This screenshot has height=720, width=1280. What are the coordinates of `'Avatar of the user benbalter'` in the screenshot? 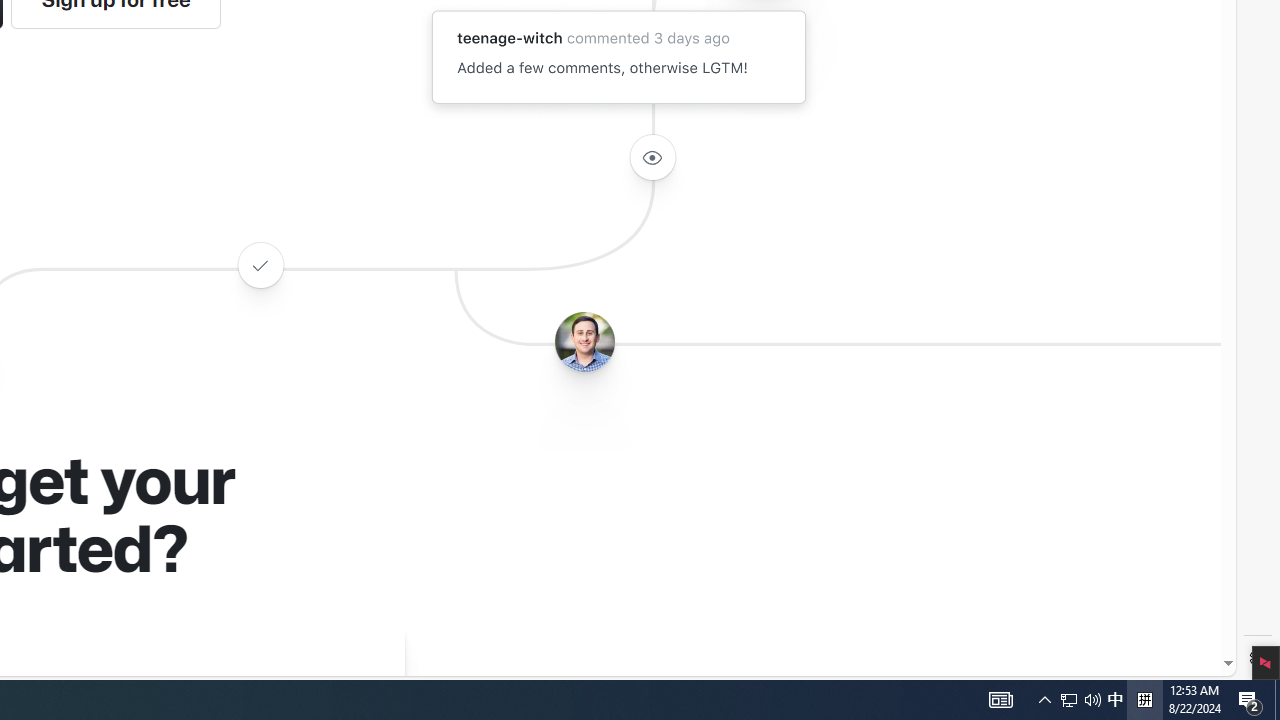 It's located at (583, 341).